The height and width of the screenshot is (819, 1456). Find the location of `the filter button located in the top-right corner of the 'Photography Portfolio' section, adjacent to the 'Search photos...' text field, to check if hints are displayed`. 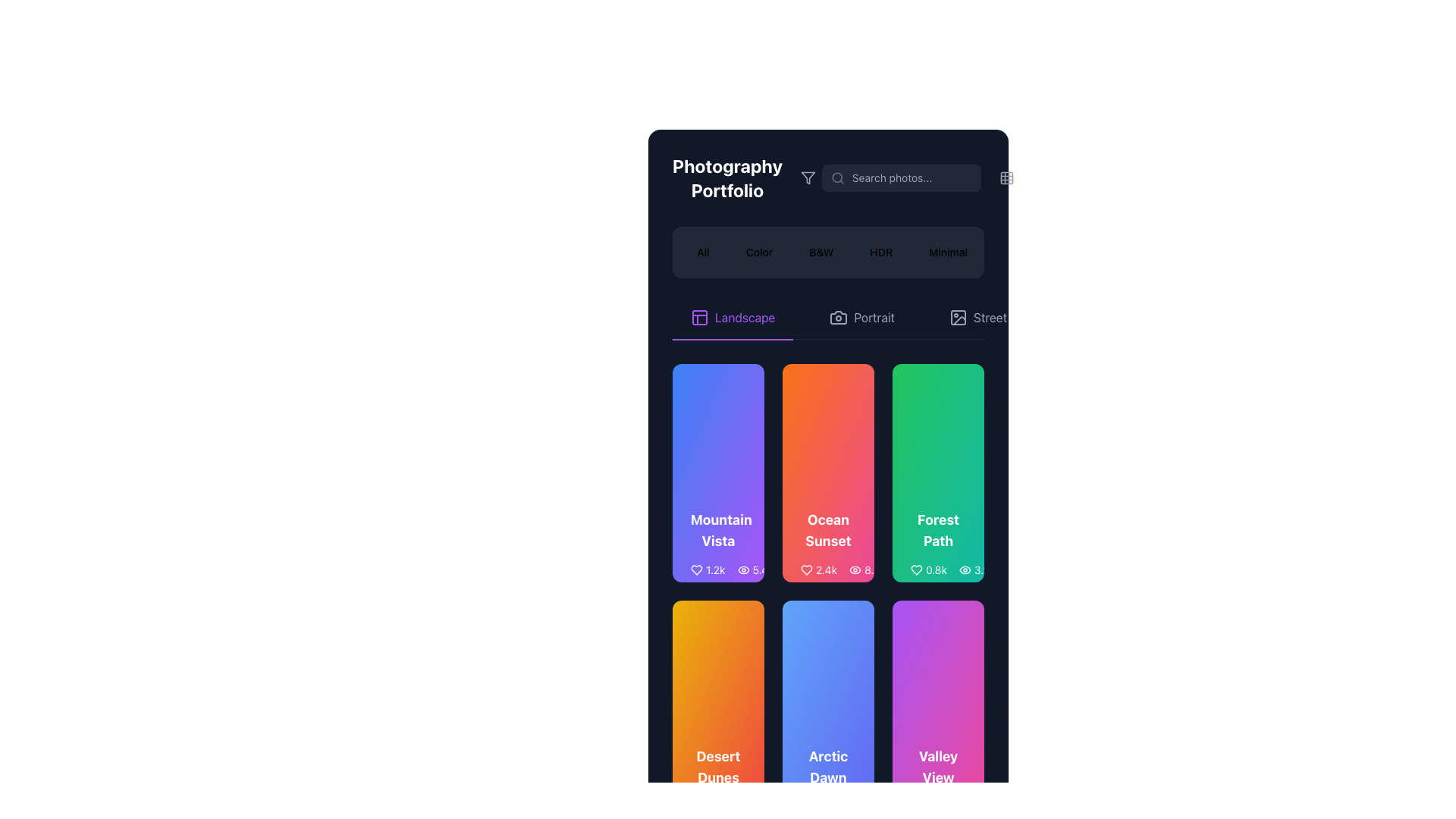

the filter button located in the top-right corner of the 'Photography Portfolio' section, adjacent to the 'Search photos...' text field, to check if hints are displayed is located at coordinates (807, 177).